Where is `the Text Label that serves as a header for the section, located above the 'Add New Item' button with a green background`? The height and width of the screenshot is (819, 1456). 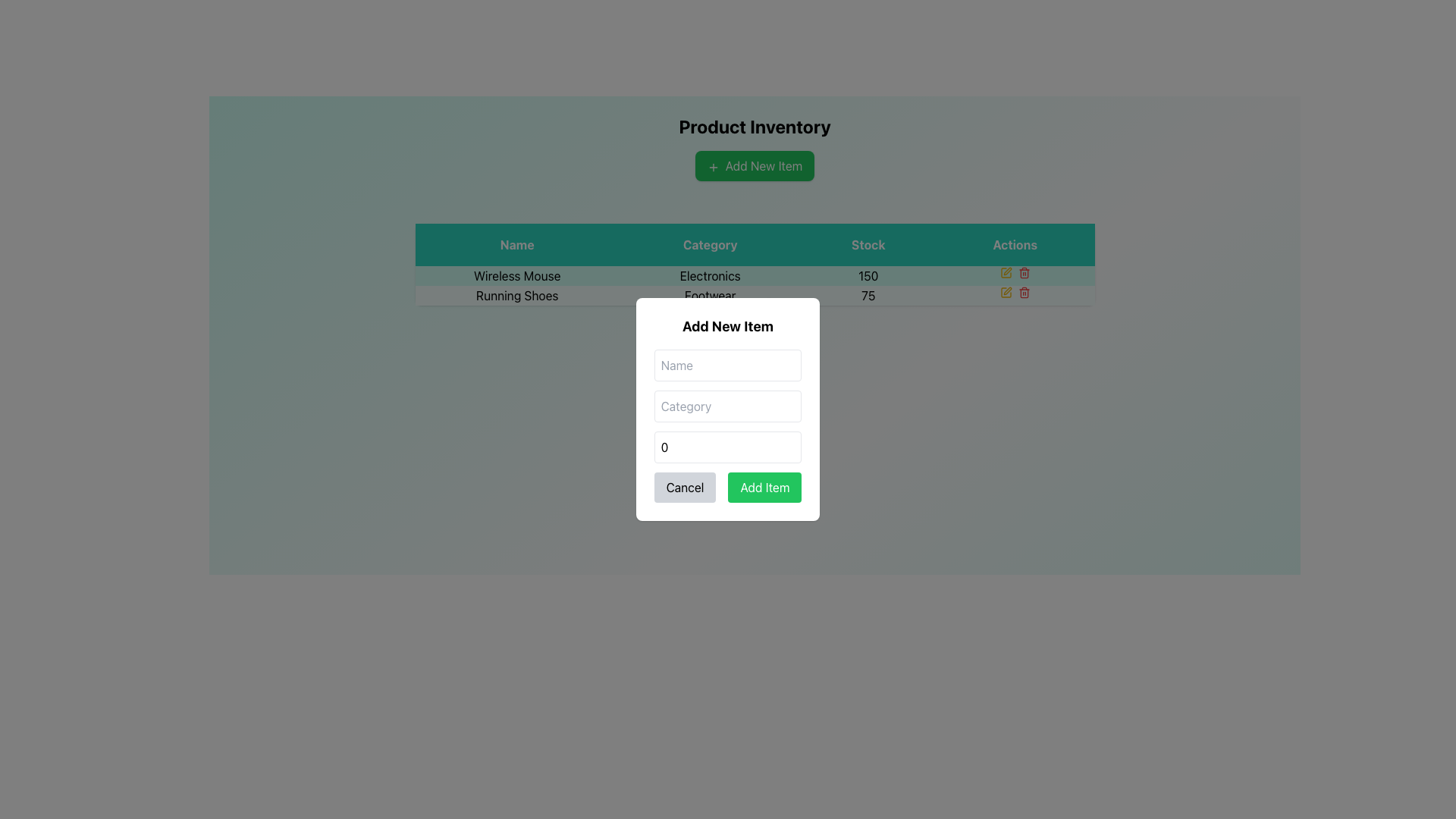 the Text Label that serves as a header for the section, located above the 'Add New Item' button with a green background is located at coordinates (755, 125).